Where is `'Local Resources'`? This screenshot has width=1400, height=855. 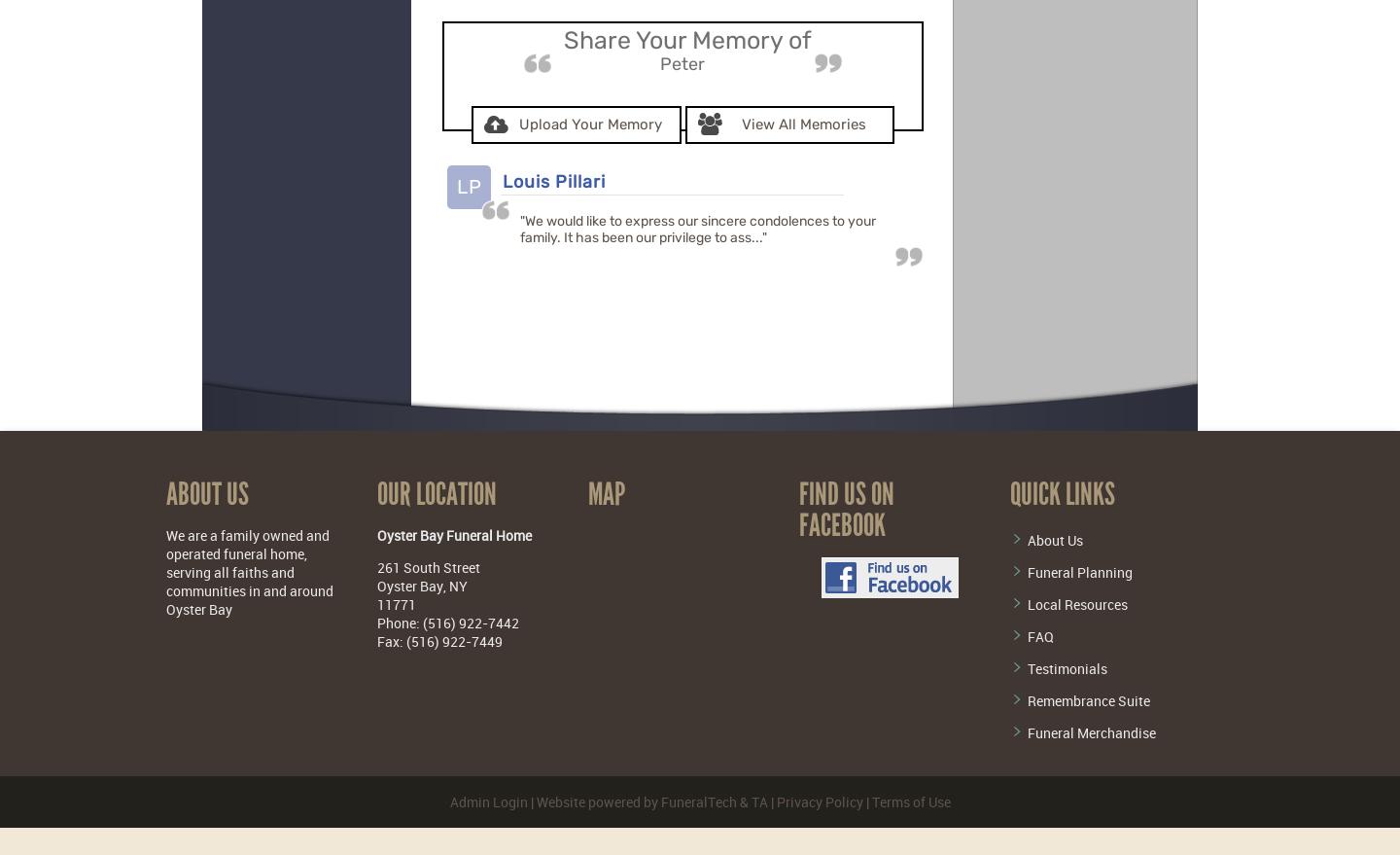 'Local Resources' is located at coordinates (1027, 603).